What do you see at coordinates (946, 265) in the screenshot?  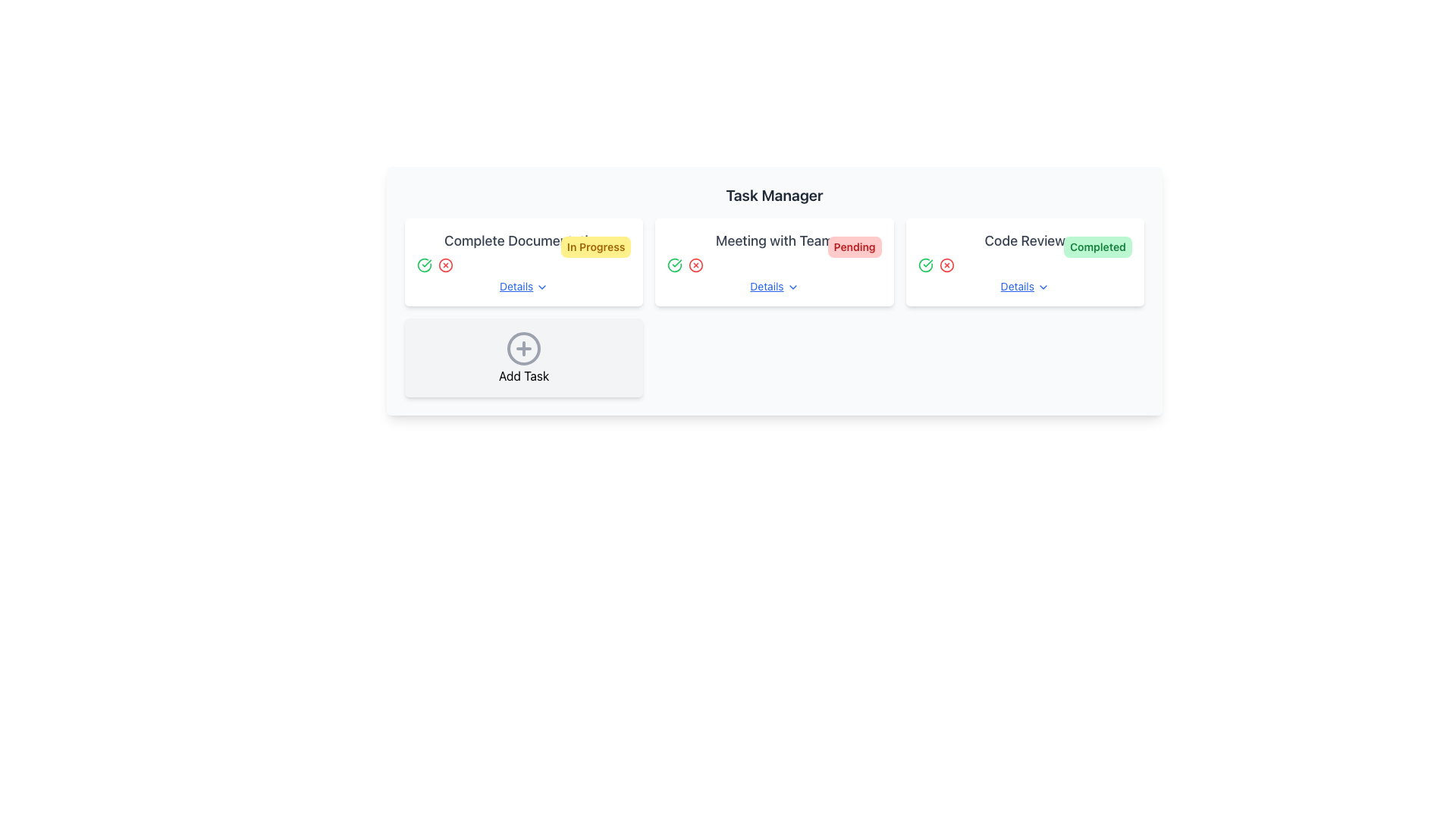 I see `the cancellation icon located to the left of the green 'check' icon and to the right of the 'Code Review' task title` at bounding box center [946, 265].